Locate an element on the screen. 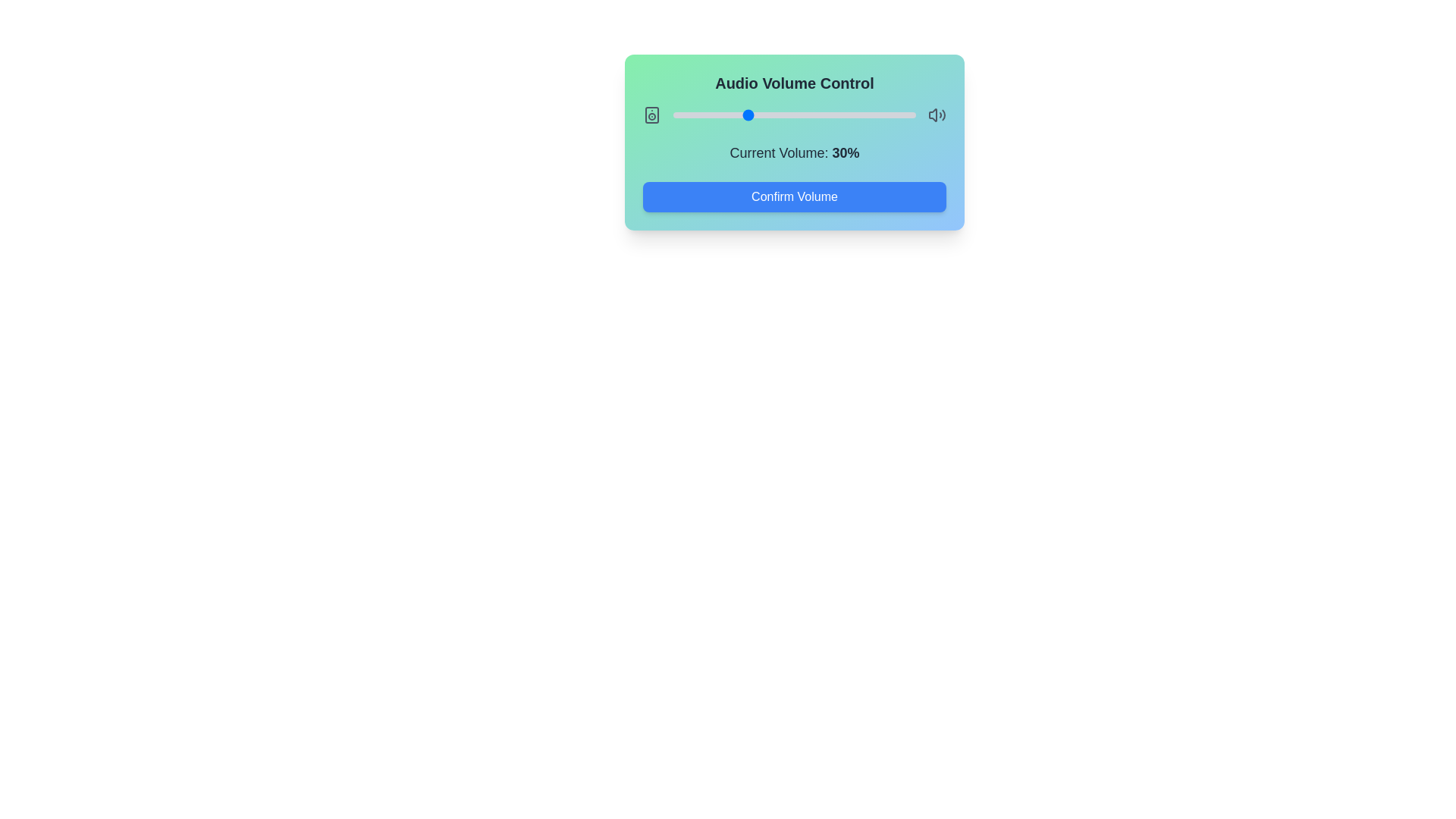  the 'Confirm Volume' button is located at coordinates (793, 196).